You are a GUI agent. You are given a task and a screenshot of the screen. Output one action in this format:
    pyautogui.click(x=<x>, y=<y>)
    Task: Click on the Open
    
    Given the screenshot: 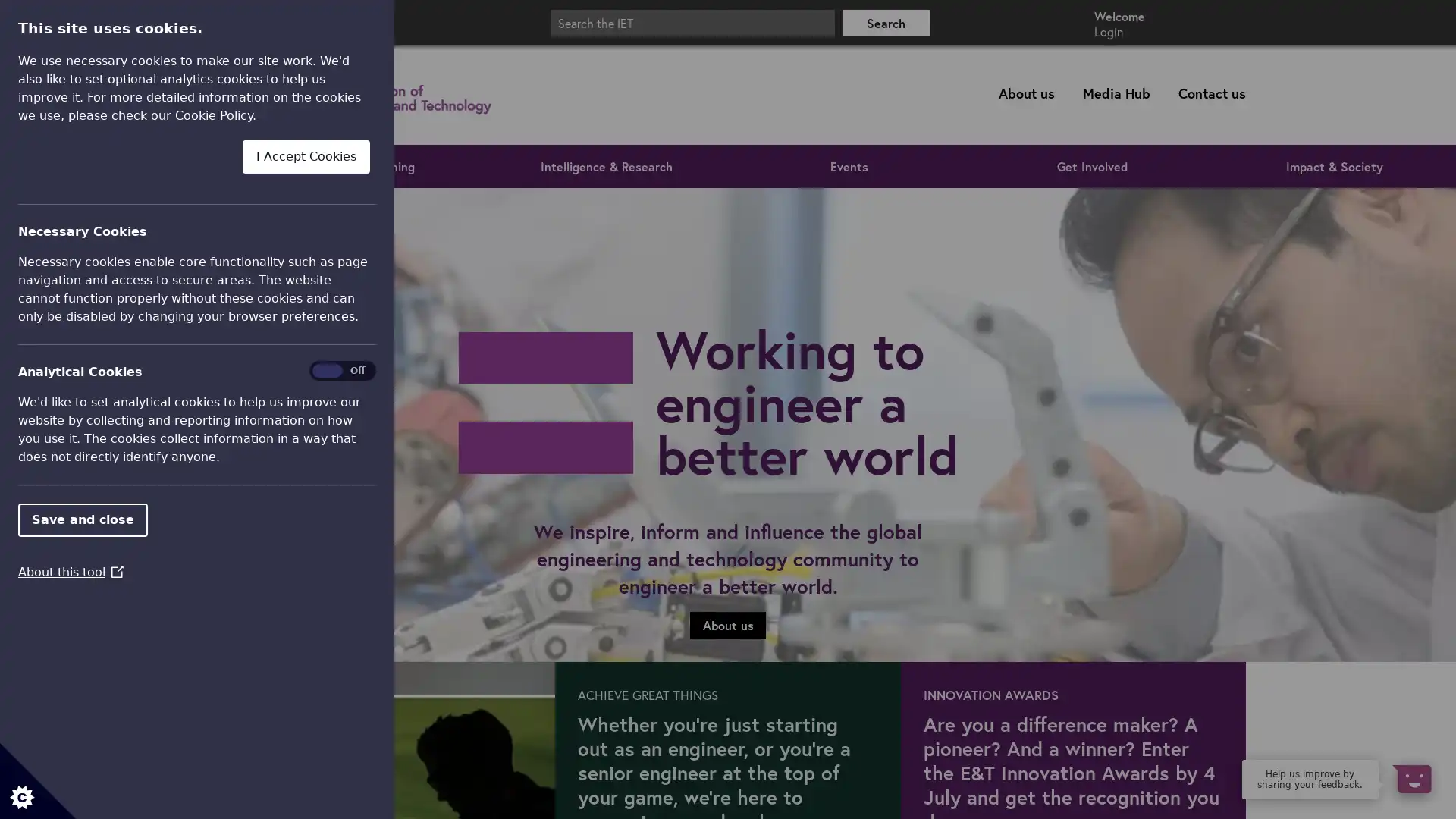 What is the action you would take?
    pyautogui.click(x=1410, y=778)
    